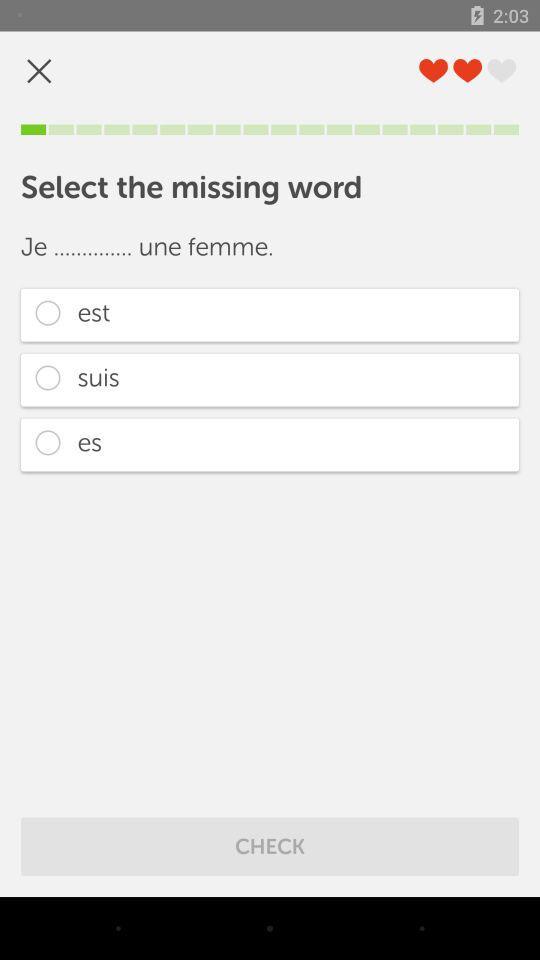 The width and height of the screenshot is (540, 960). What do you see at coordinates (39, 71) in the screenshot?
I see `closes window` at bounding box center [39, 71].